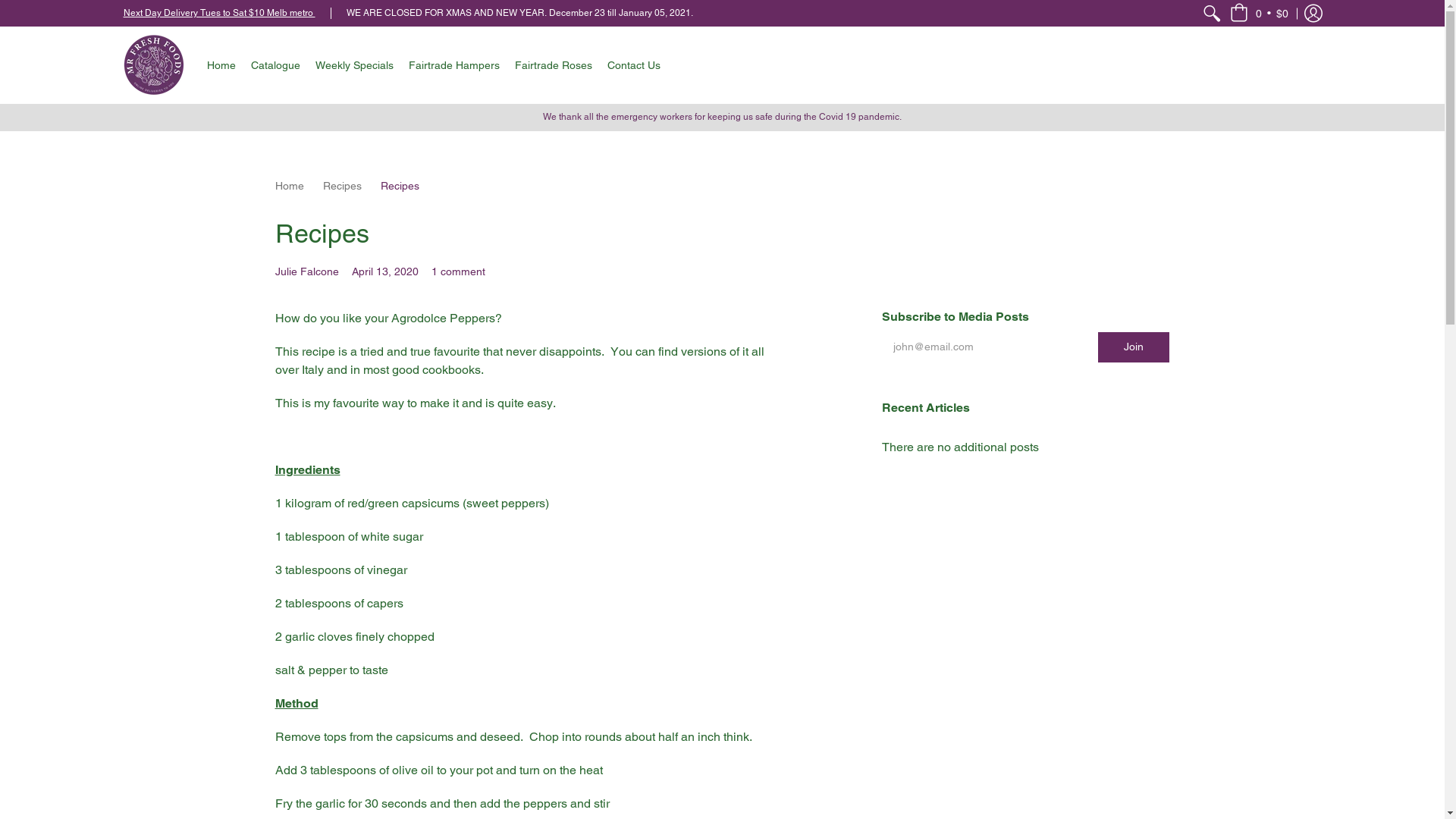 The height and width of the screenshot is (819, 1456). Describe the element at coordinates (552, 64) in the screenshot. I see `'Fairtrade Roses'` at that location.